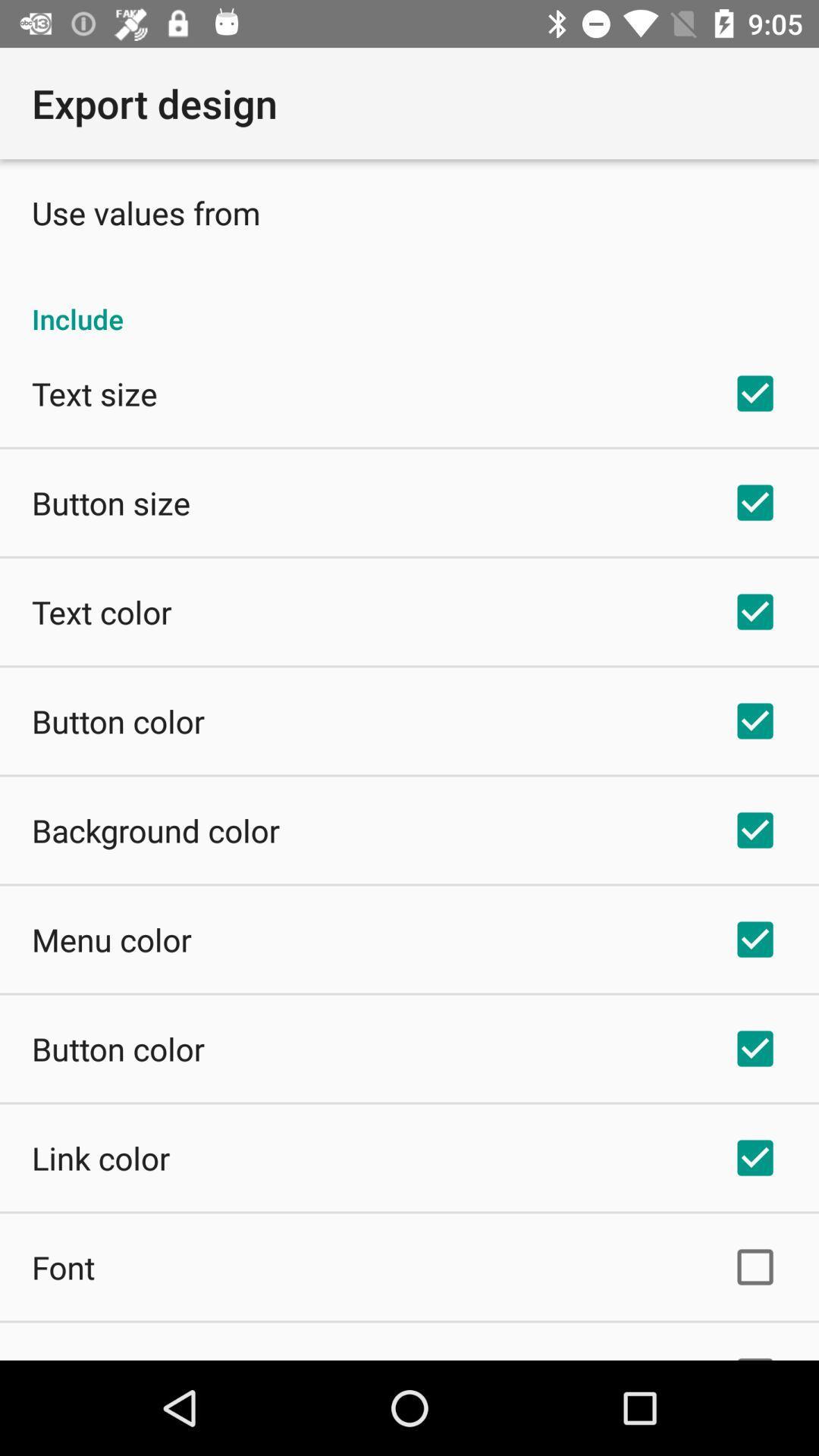 This screenshot has height=1456, width=819. What do you see at coordinates (62, 1266) in the screenshot?
I see `font item` at bounding box center [62, 1266].